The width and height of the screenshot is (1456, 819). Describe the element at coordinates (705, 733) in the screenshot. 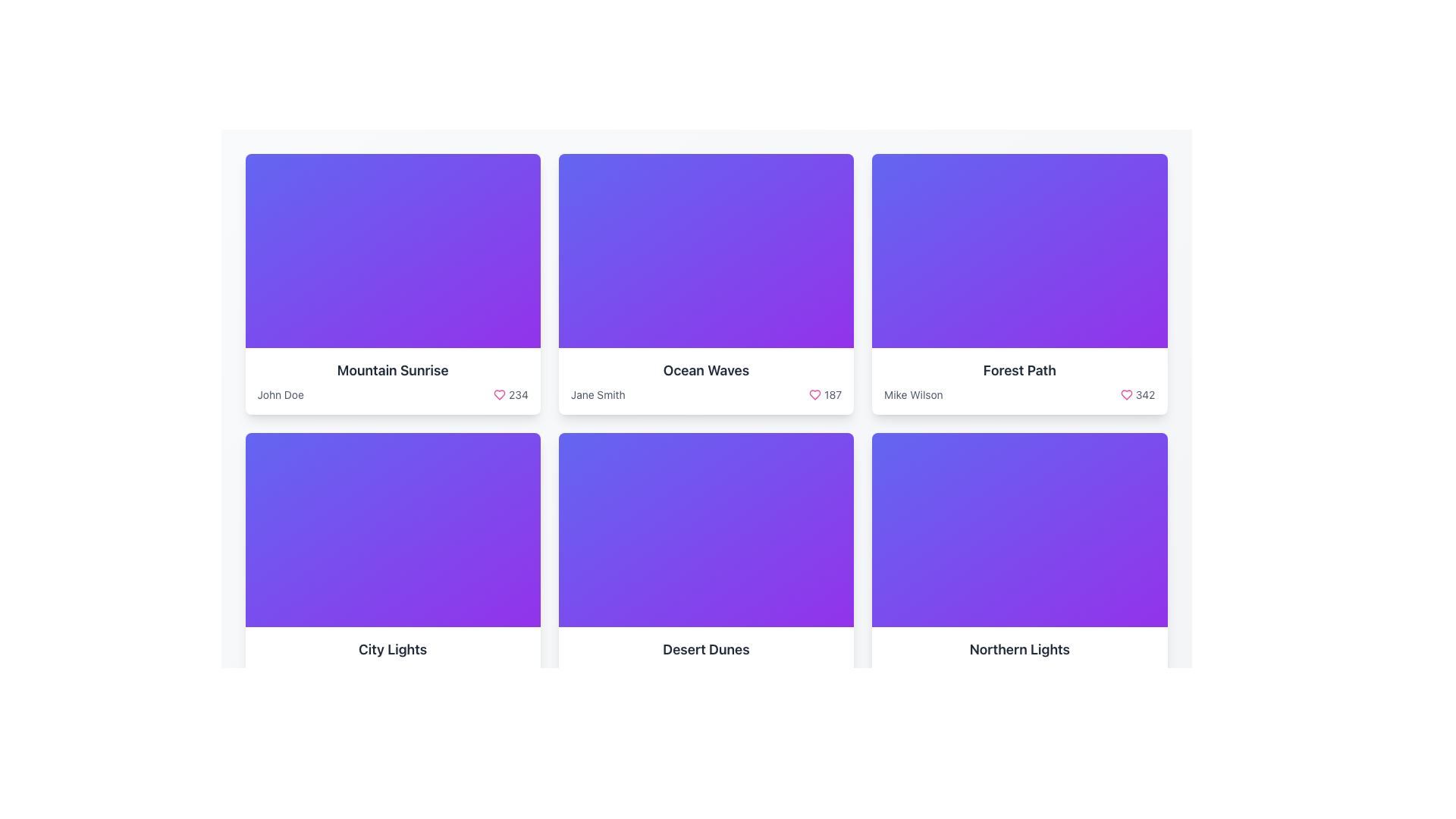

I see `the button on the Pagination control bar` at that location.